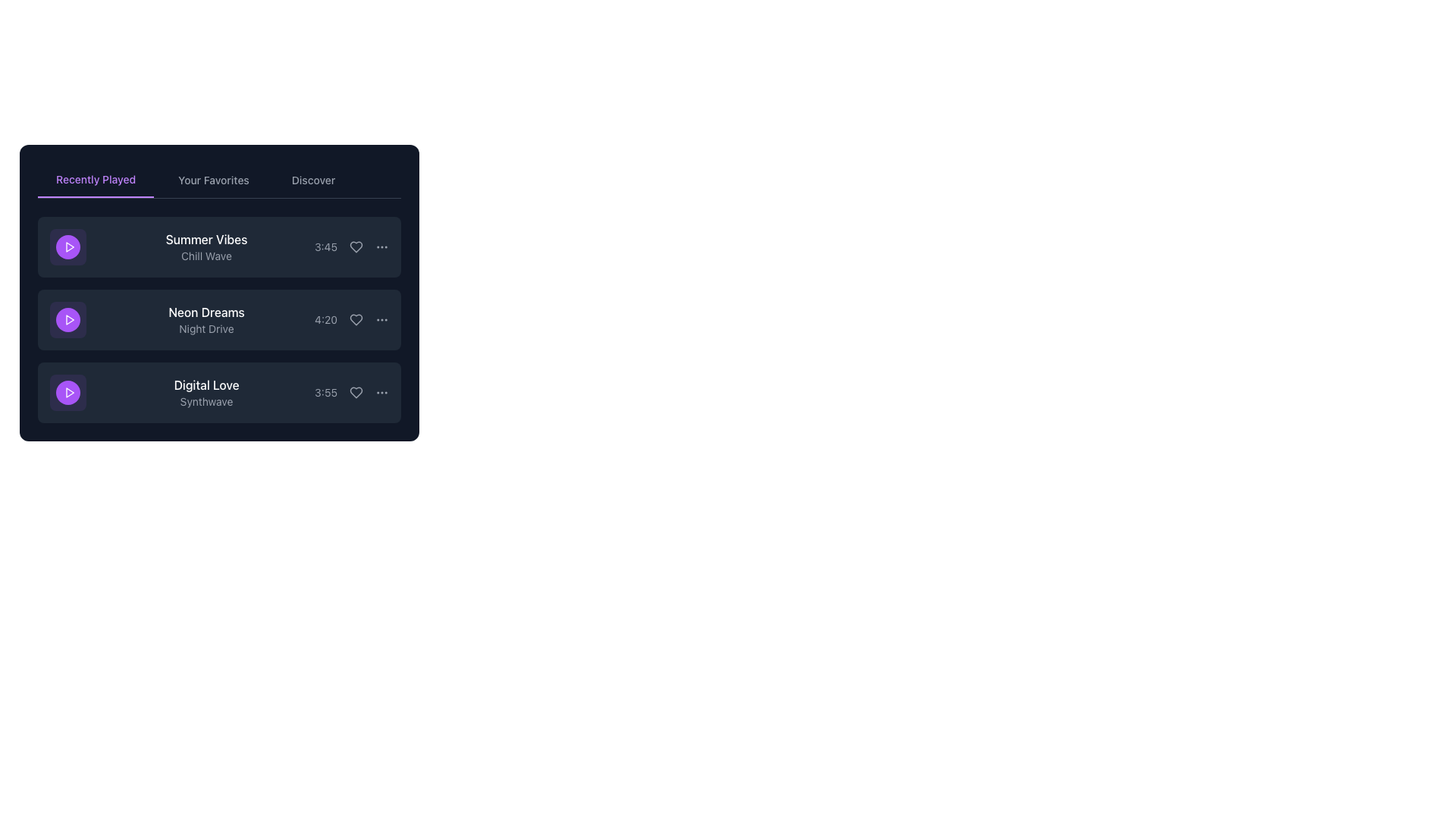  What do you see at coordinates (206, 400) in the screenshot?
I see `the text label displaying 'Synthwave', which is styled in gray and located below the title 'Digital Love' in the third row of the playlist section` at bounding box center [206, 400].